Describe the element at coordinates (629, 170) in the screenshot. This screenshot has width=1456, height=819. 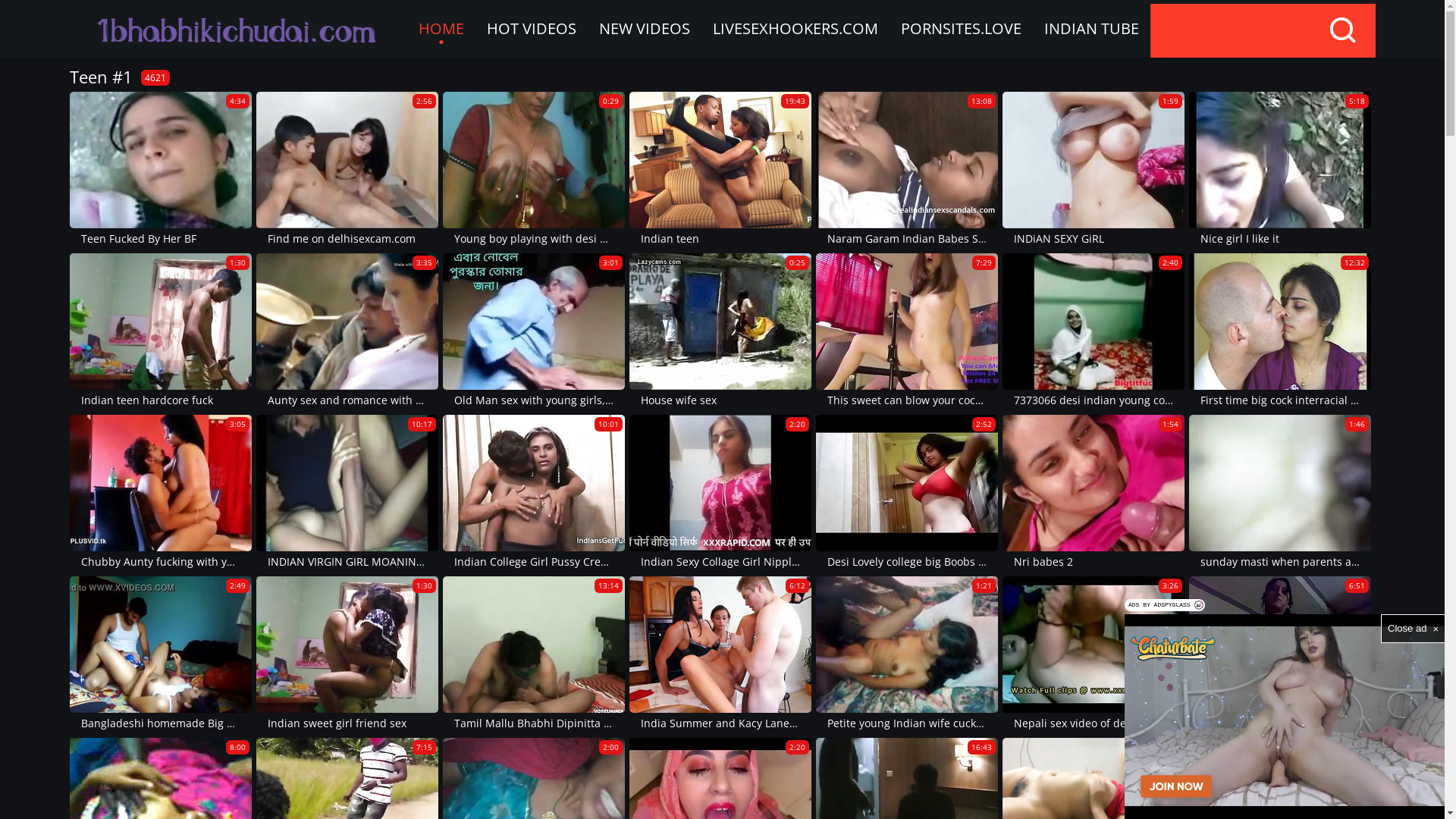
I see `'19:43` at that location.